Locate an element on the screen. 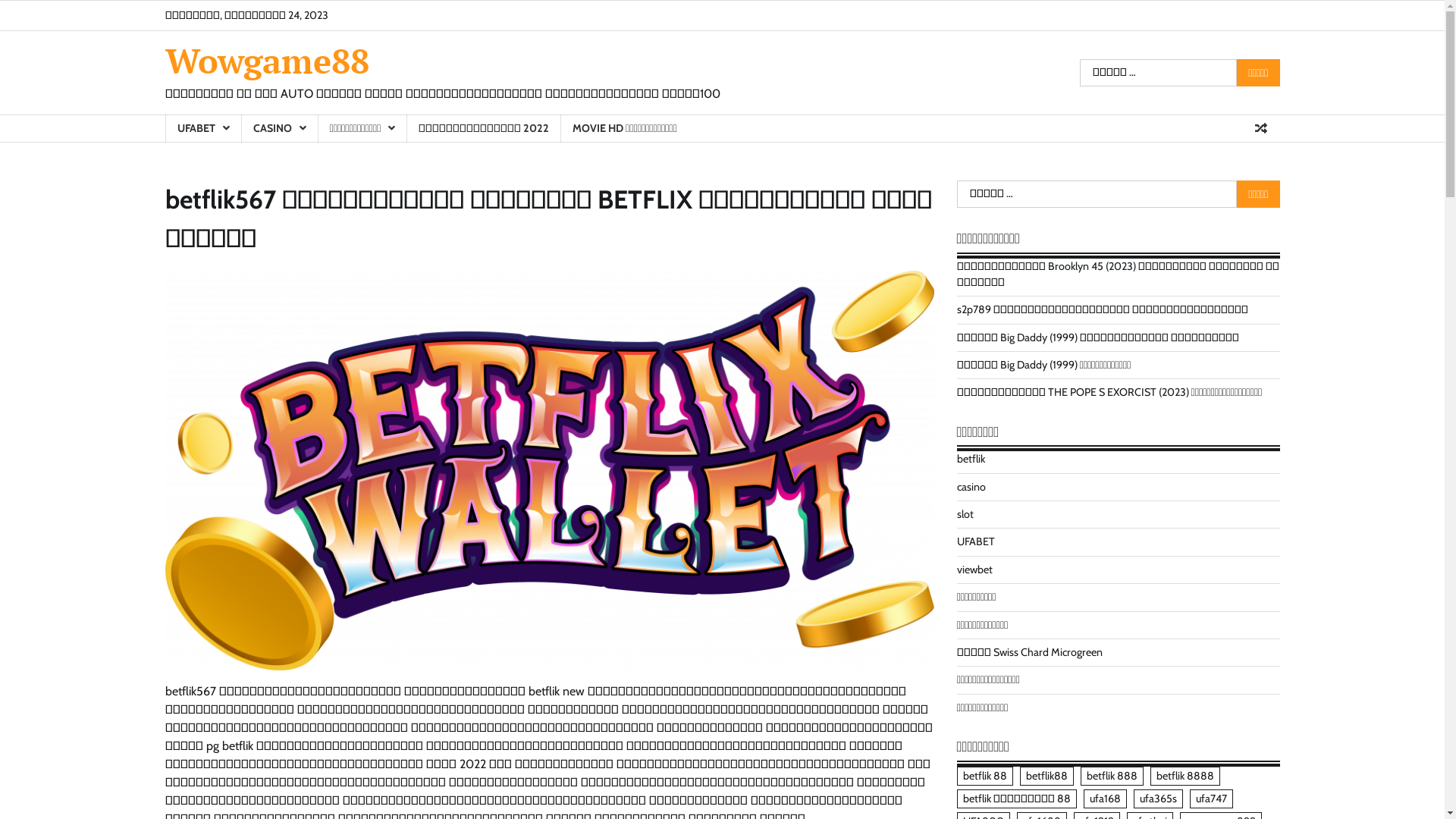 This screenshot has width=1456, height=819. 'casino' is located at coordinates (971, 486).